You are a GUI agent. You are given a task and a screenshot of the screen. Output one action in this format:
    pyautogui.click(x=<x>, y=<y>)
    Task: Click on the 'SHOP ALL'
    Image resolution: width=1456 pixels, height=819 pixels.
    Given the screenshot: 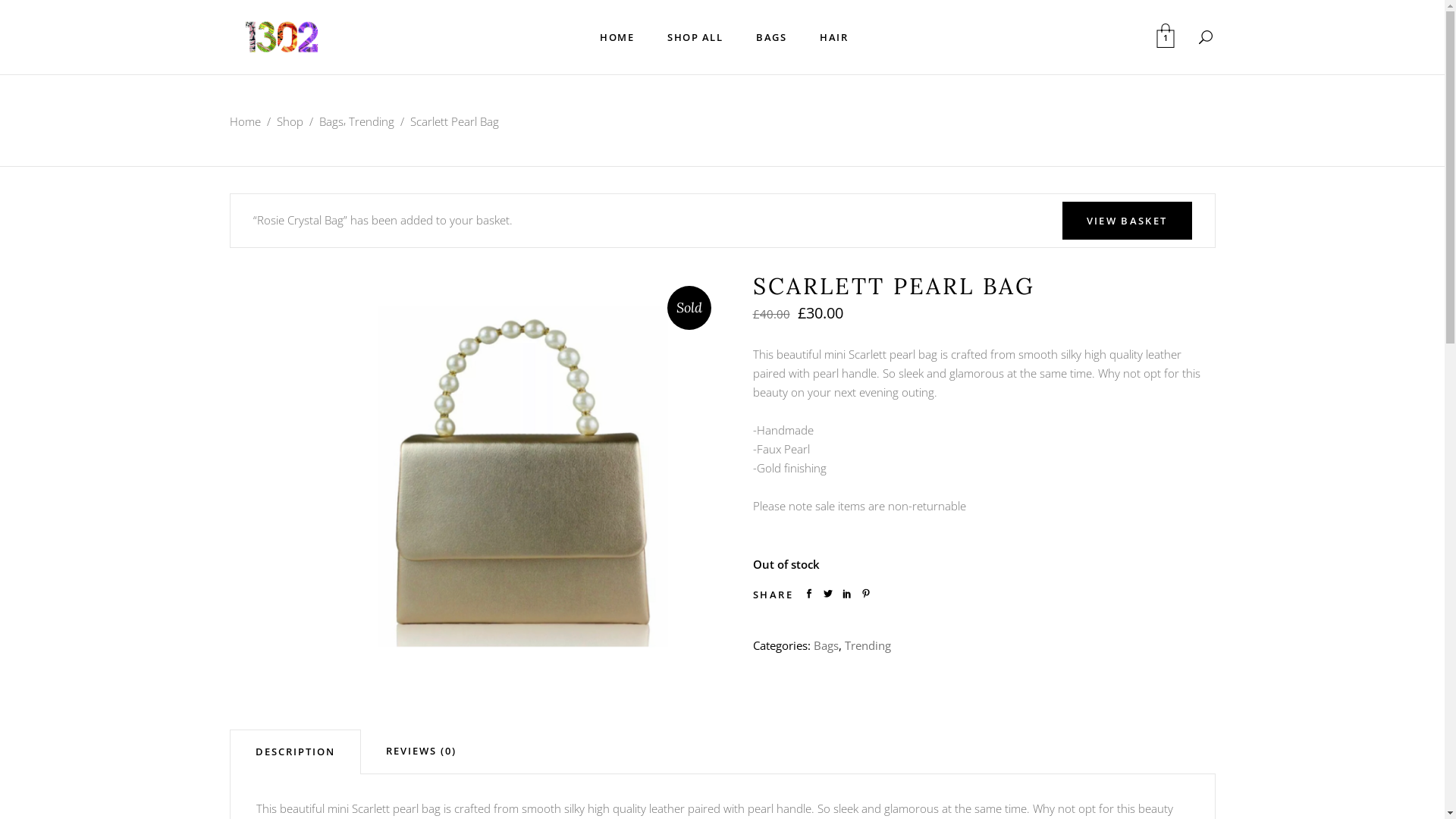 What is the action you would take?
    pyautogui.click(x=694, y=36)
    